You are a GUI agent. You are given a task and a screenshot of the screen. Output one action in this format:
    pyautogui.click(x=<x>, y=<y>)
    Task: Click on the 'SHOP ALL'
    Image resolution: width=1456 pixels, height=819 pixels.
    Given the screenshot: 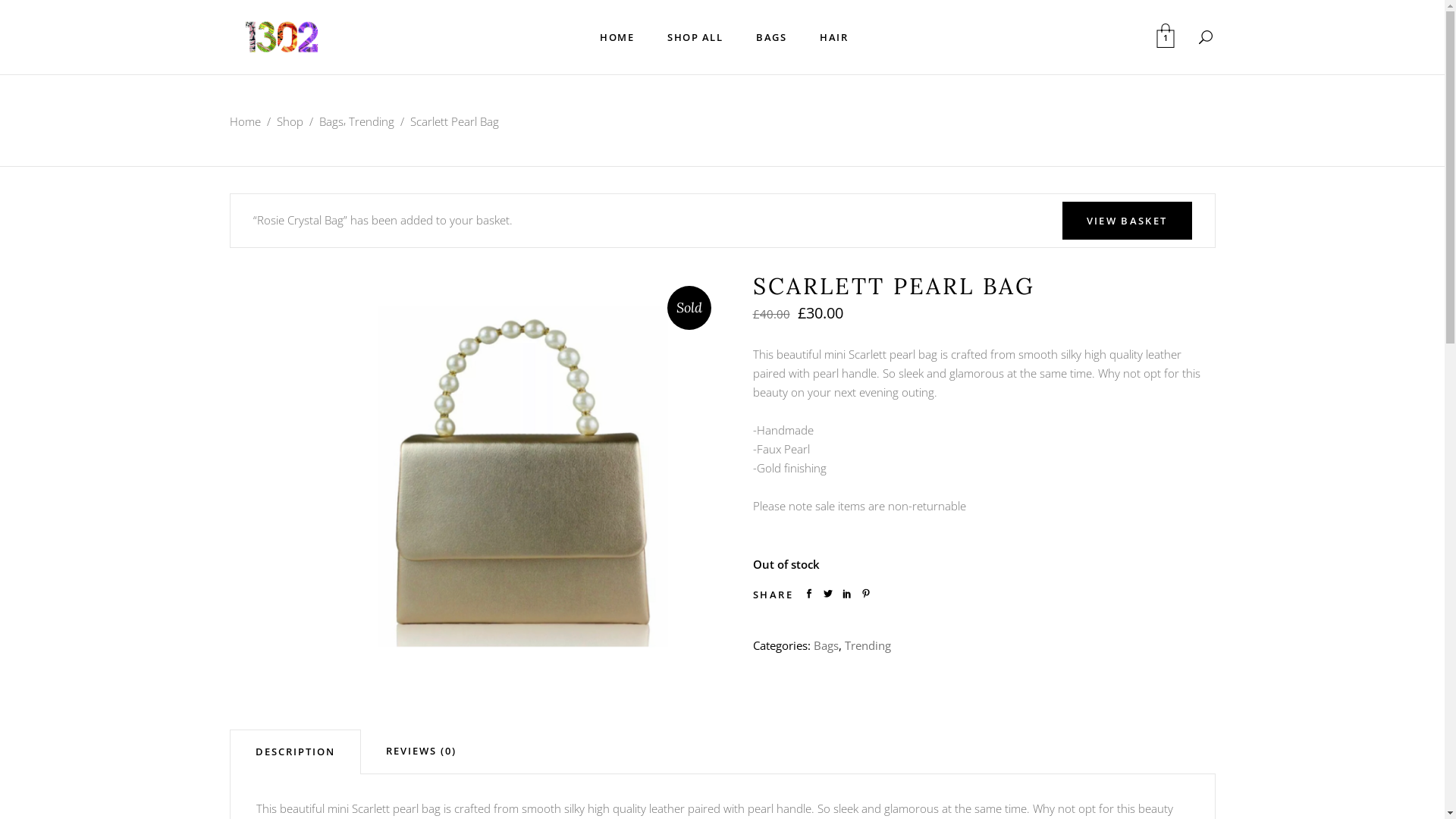 What is the action you would take?
    pyautogui.click(x=694, y=36)
    